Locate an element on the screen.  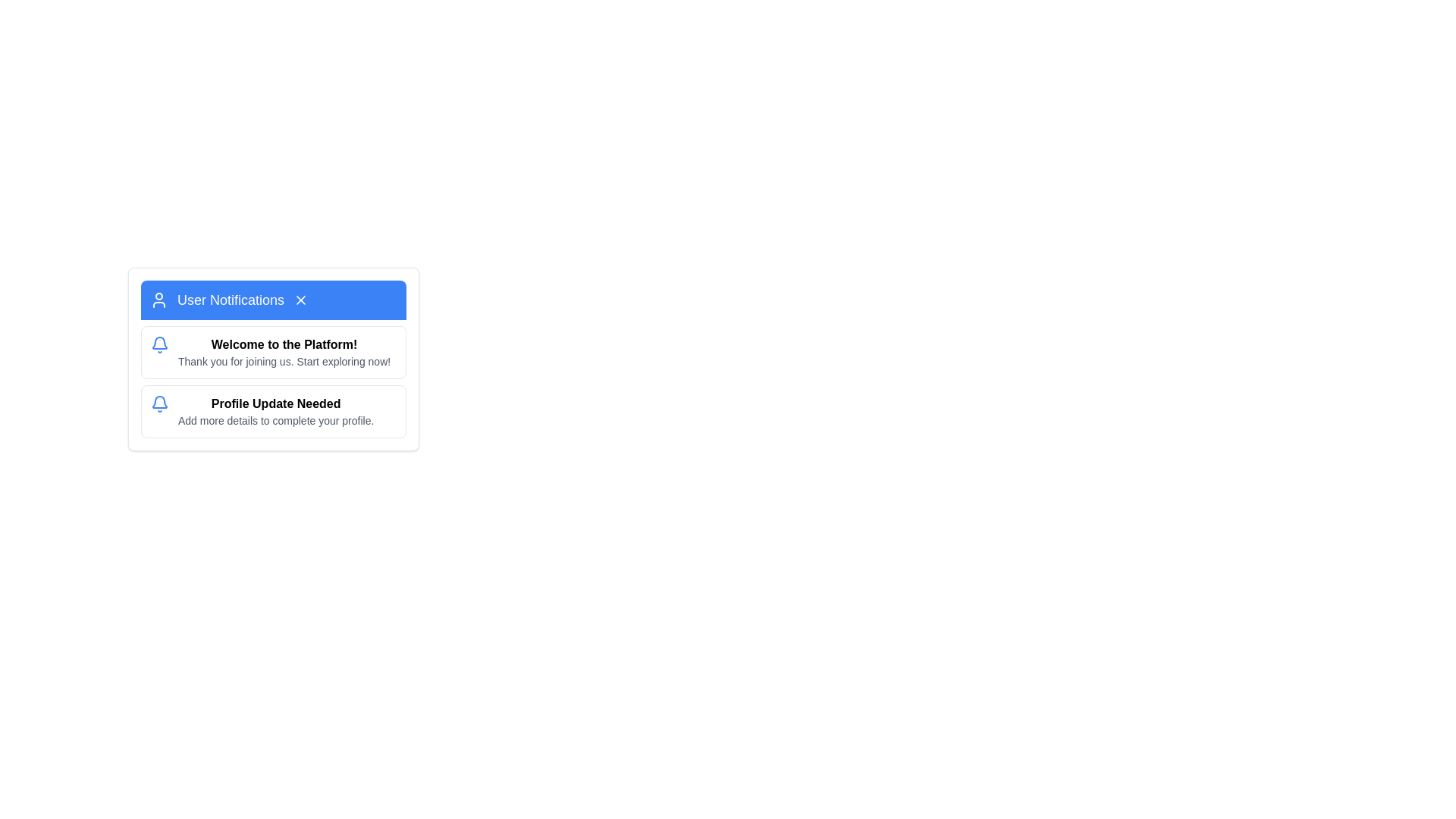
welcome text that serves as a heading for the notification section, positioned above the message 'Thank you for joining us.' is located at coordinates (284, 345).